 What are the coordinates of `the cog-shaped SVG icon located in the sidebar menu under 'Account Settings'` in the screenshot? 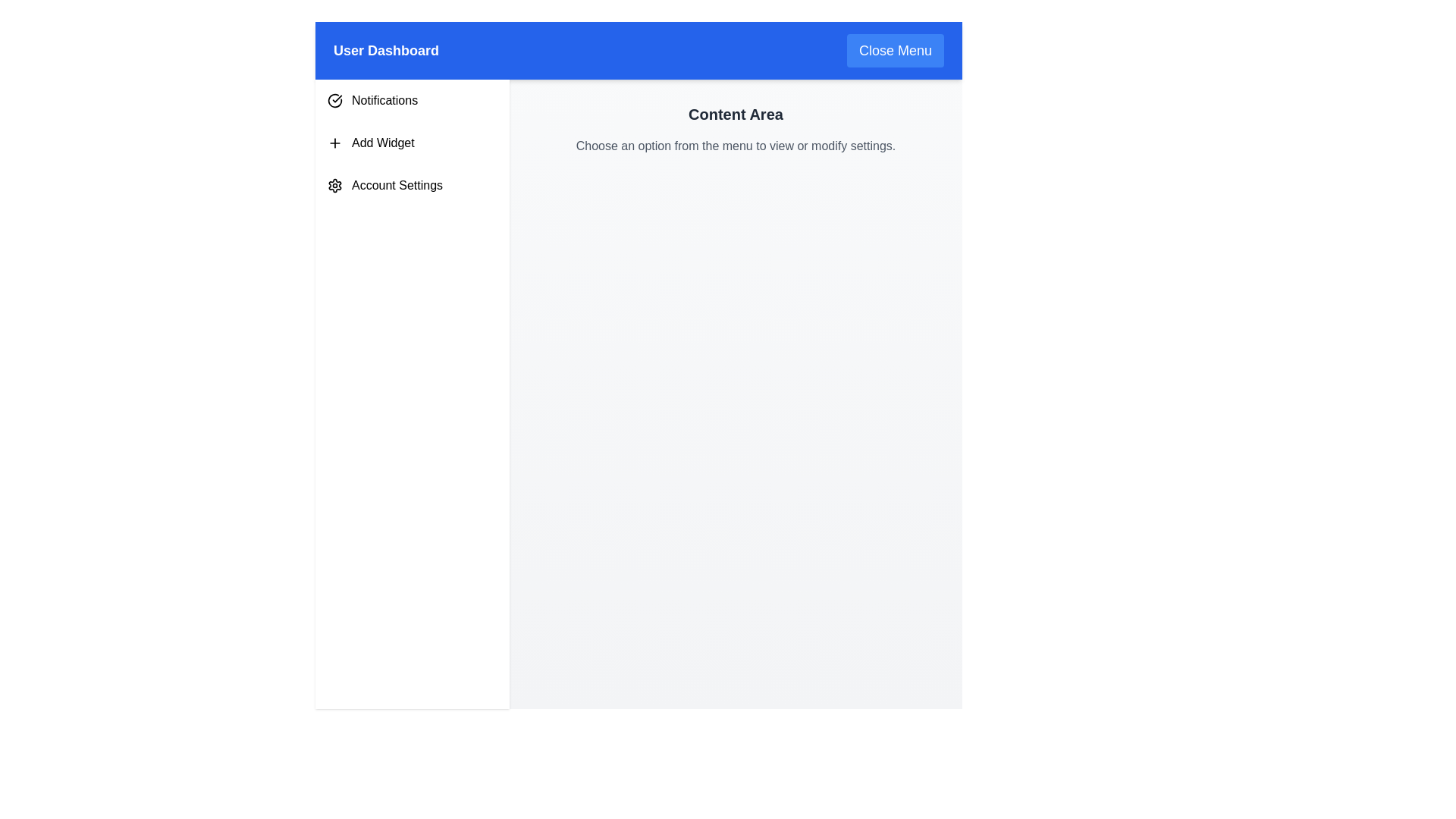 It's located at (334, 185).